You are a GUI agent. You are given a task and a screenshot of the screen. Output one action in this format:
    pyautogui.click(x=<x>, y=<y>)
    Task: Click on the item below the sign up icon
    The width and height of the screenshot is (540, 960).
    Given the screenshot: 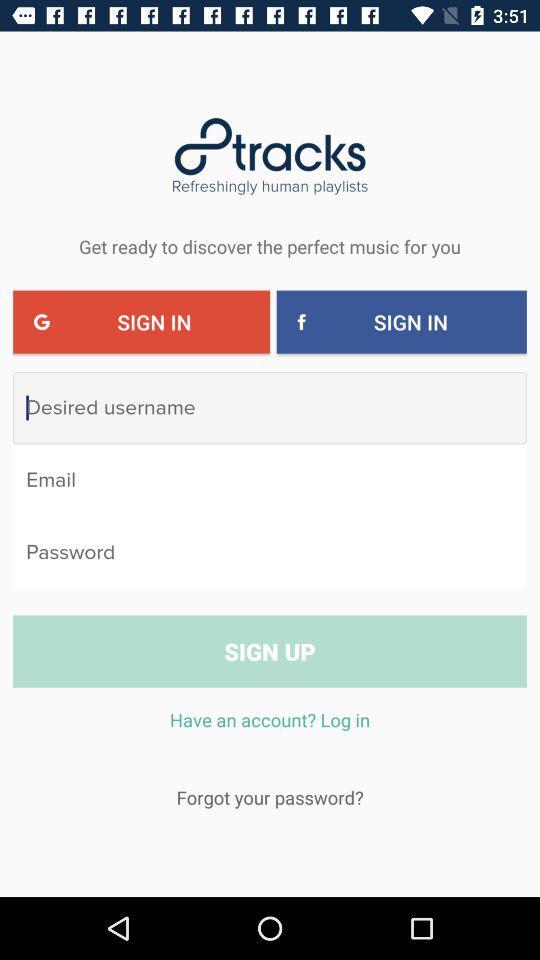 What is the action you would take?
    pyautogui.click(x=270, y=728)
    